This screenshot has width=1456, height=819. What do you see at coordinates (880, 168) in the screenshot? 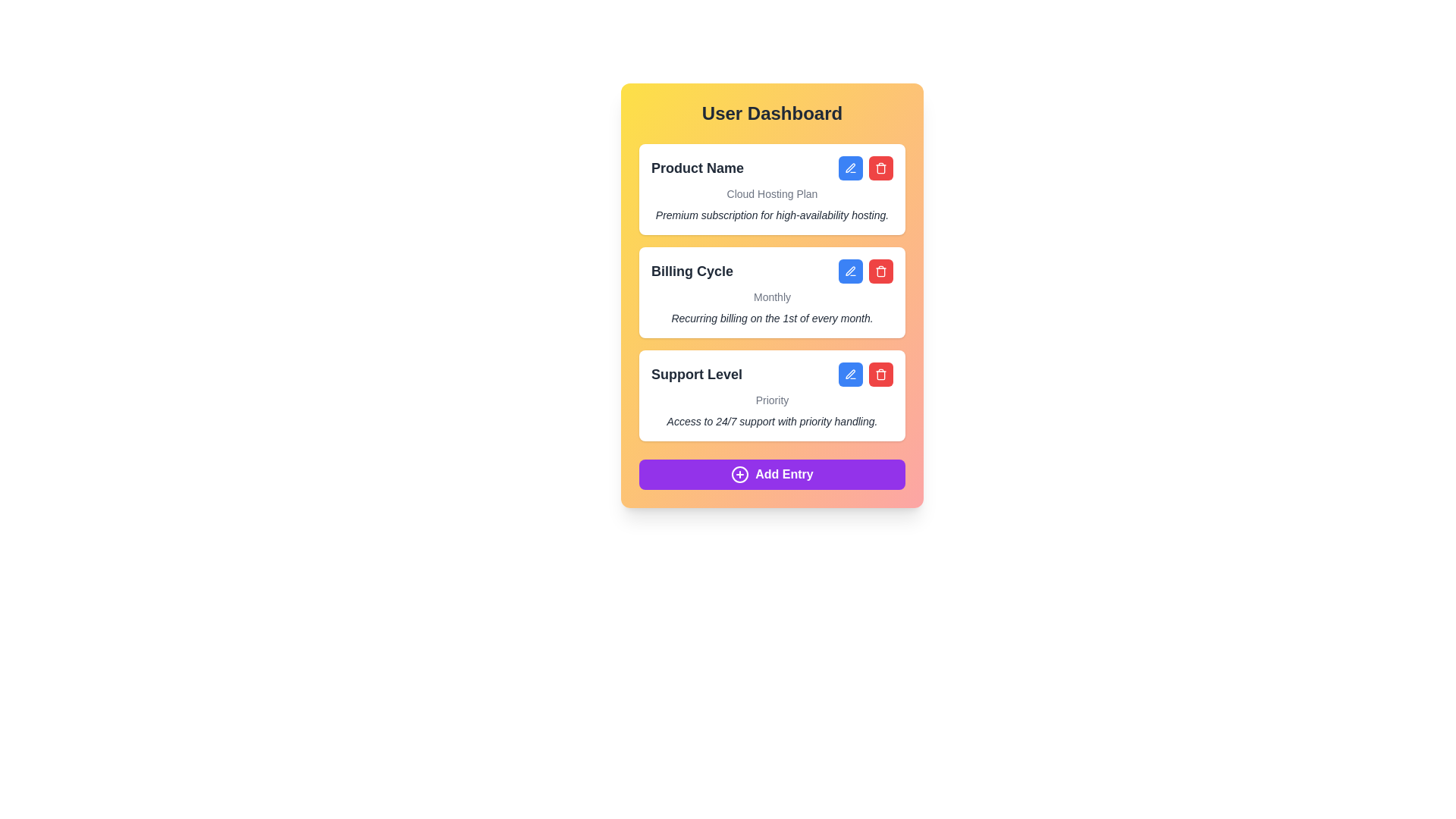
I see `the small, square red button with a white trash can icon located at the top-right corner of the 'Product Name' section` at bounding box center [880, 168].